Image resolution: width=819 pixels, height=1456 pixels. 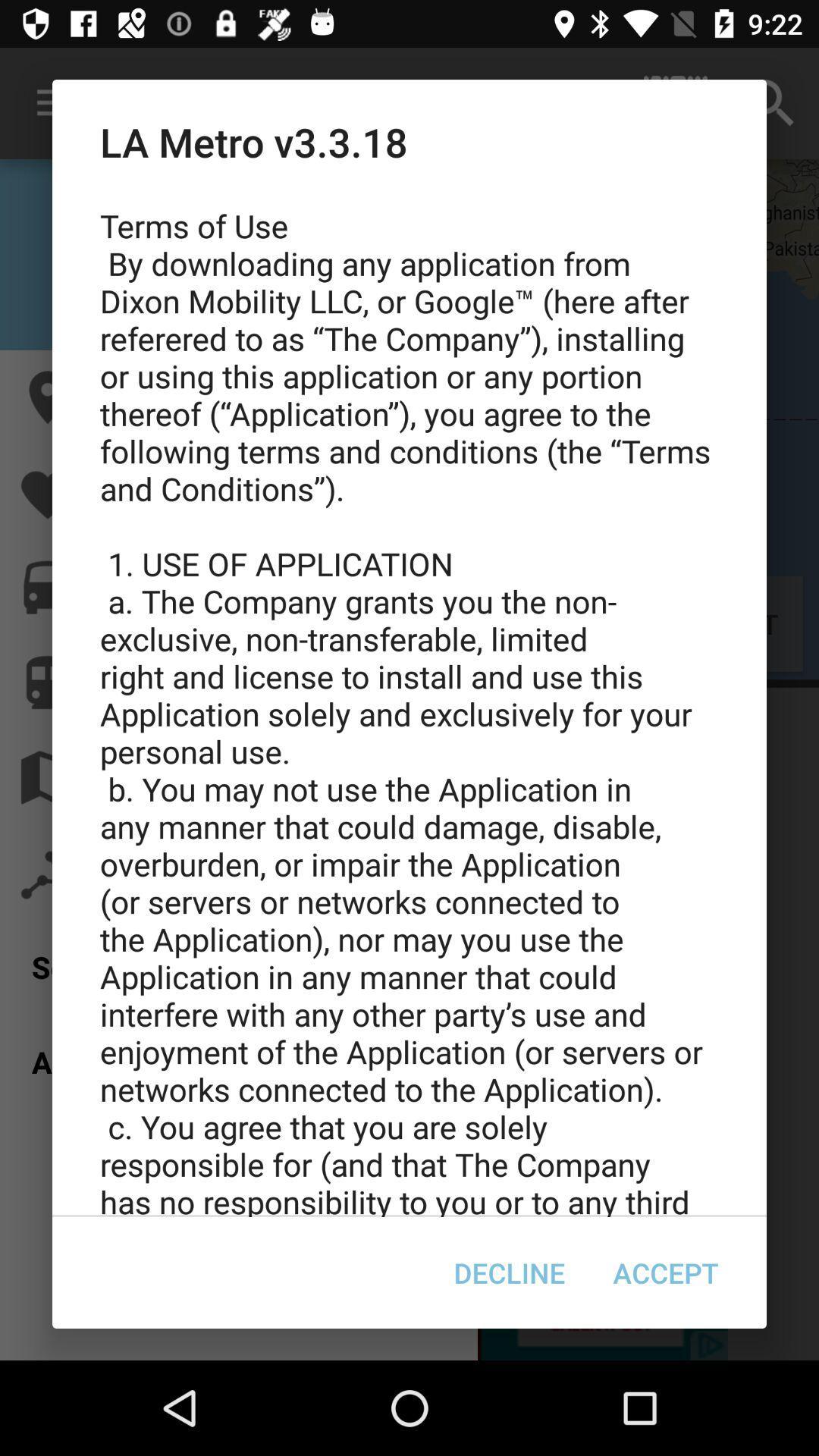 I want to click on item at the bottom, so click(x=509, y=1272).